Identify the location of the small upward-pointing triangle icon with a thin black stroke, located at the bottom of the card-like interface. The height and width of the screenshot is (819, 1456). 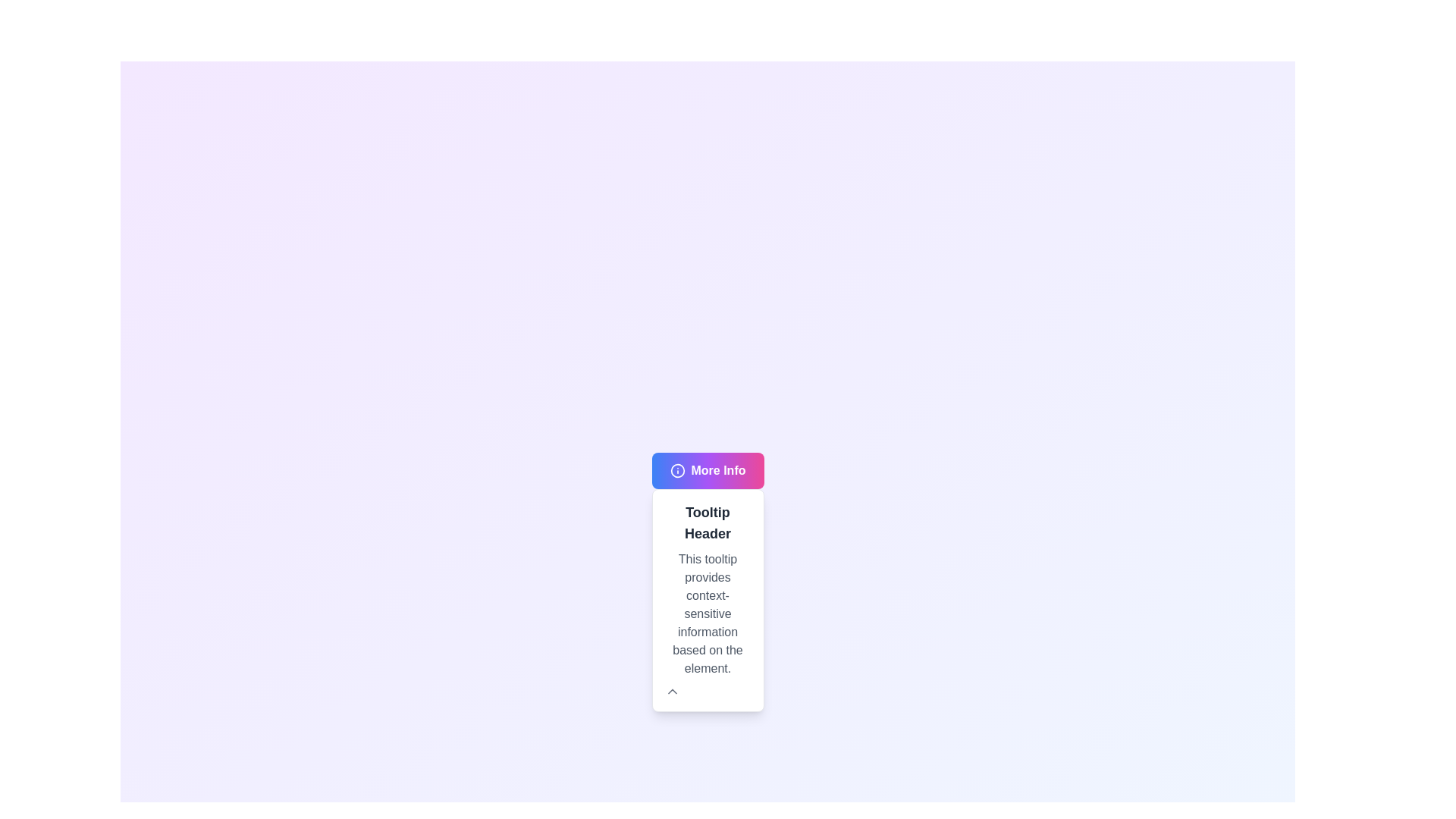
(671, 691).